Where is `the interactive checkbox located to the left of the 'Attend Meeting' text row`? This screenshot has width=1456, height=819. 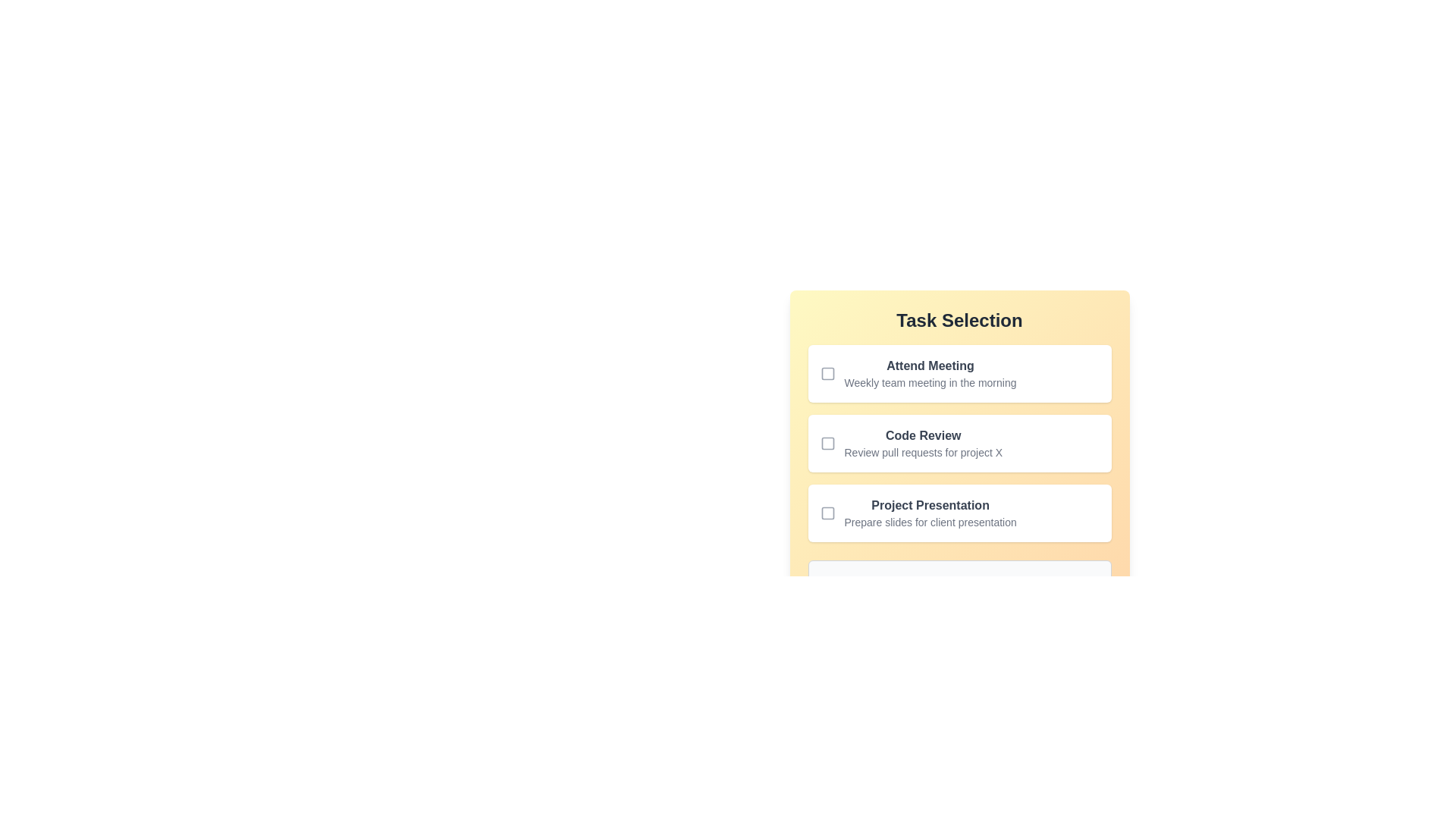 the interactive checkbox located to the left of the 'Attend Meeting' text row is located at coordinates (827, 374).